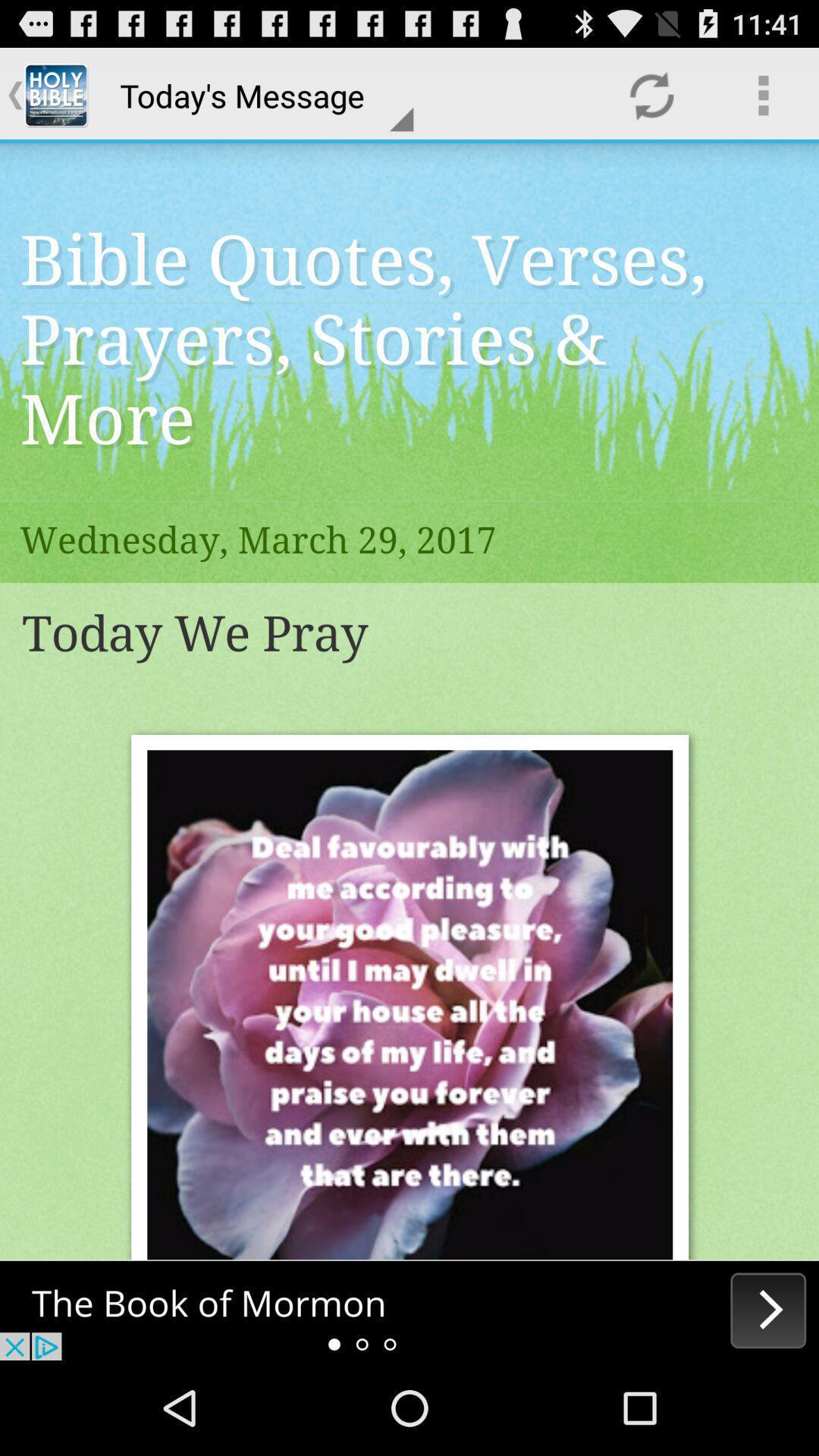 This screenshot has width=819, height=1456. I want to click on open this advertisement, so click(409, 1310).